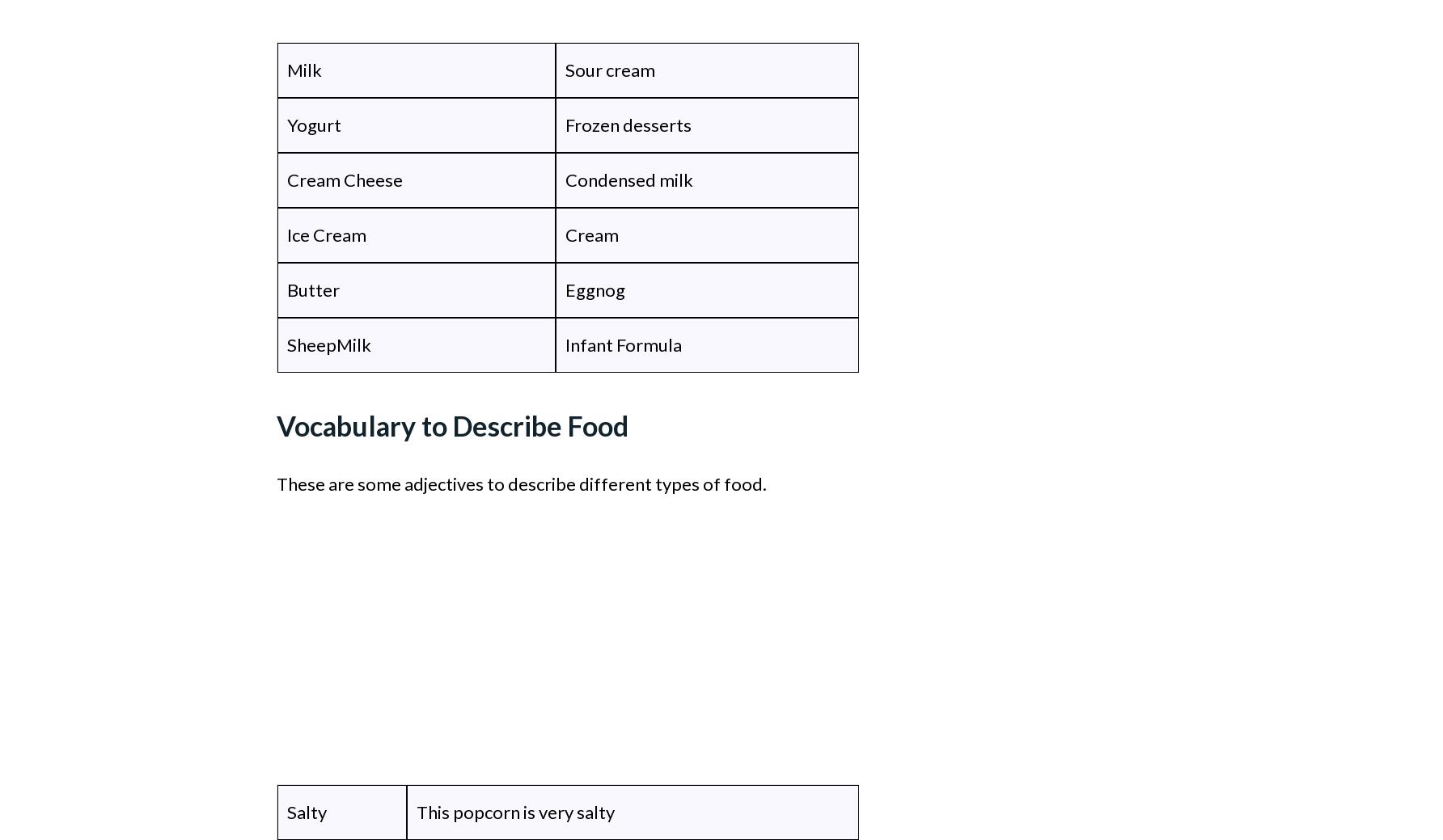  I want to click on 'Ice Cream', so click(286, 234).